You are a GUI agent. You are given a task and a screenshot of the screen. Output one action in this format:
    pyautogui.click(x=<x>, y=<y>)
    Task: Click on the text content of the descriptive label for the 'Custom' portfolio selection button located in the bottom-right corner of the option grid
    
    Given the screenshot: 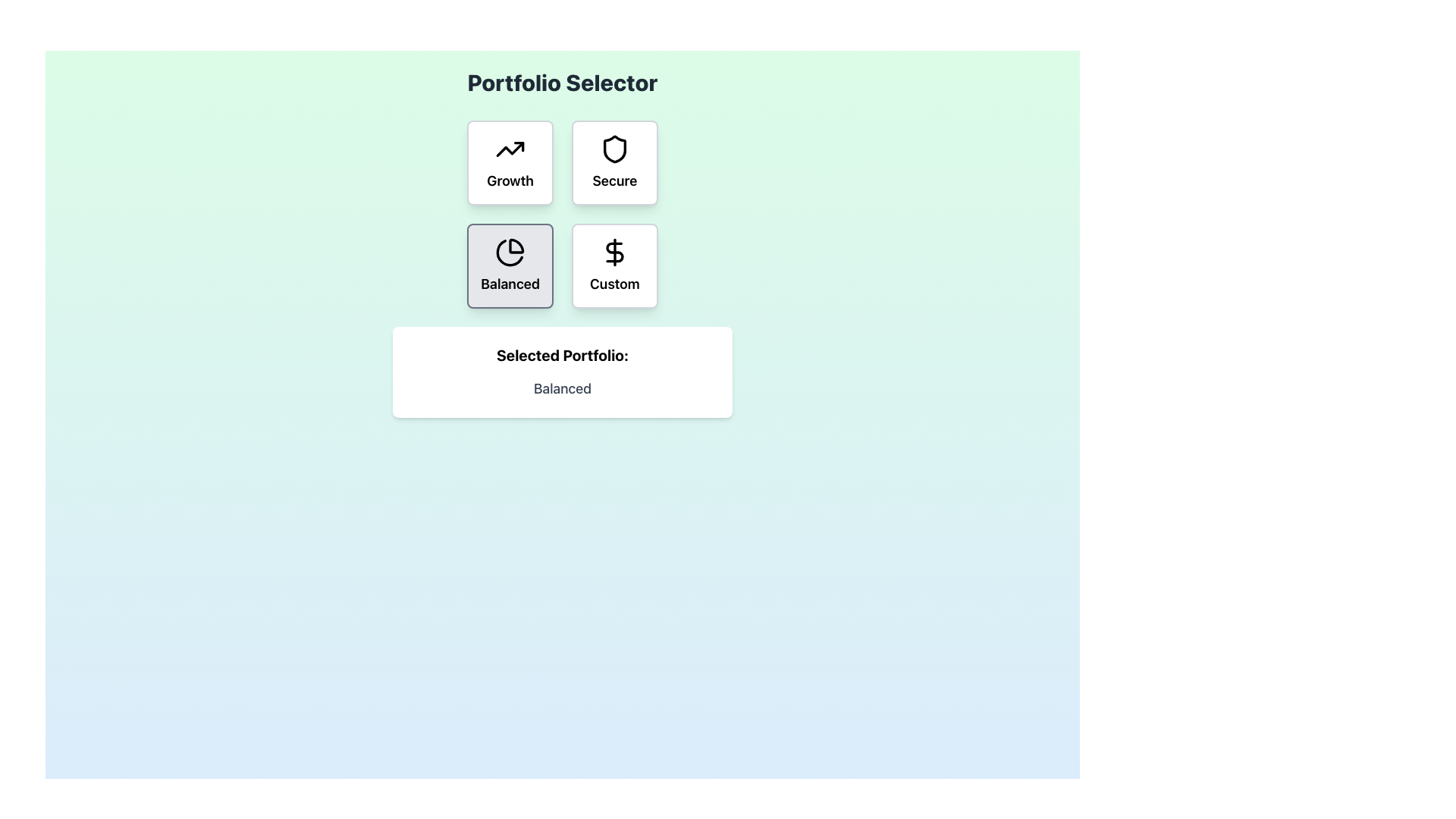 What is the action you would take?
    pyautogui.click(x=614, y=284)
    